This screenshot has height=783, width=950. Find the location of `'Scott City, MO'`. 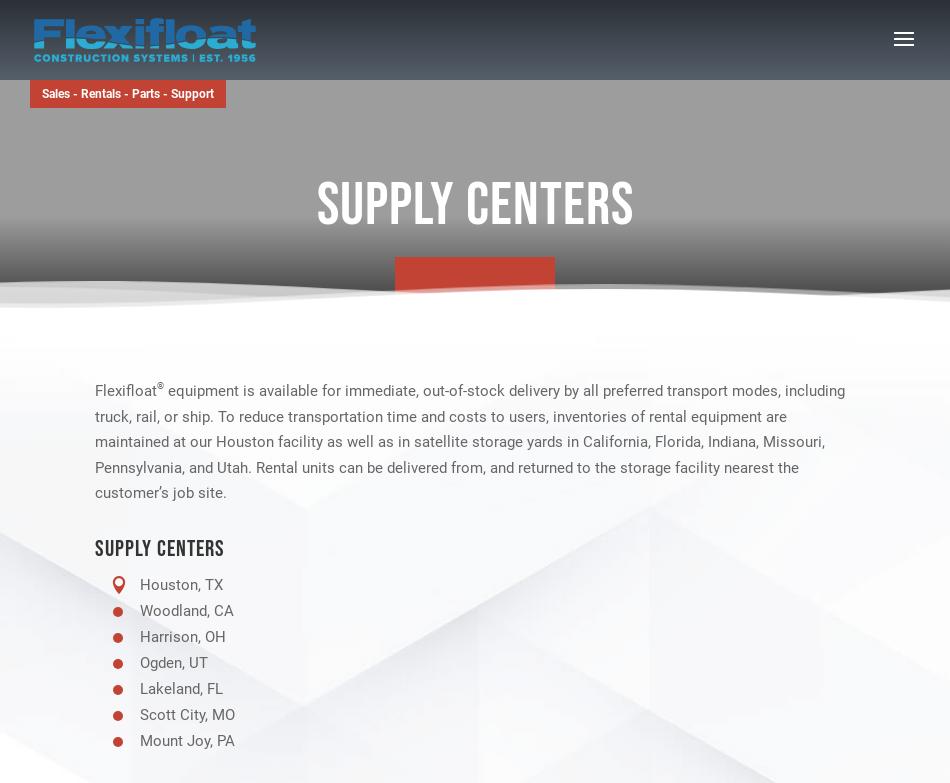

'Scott City, MO' is located at coordinates (187, 713).